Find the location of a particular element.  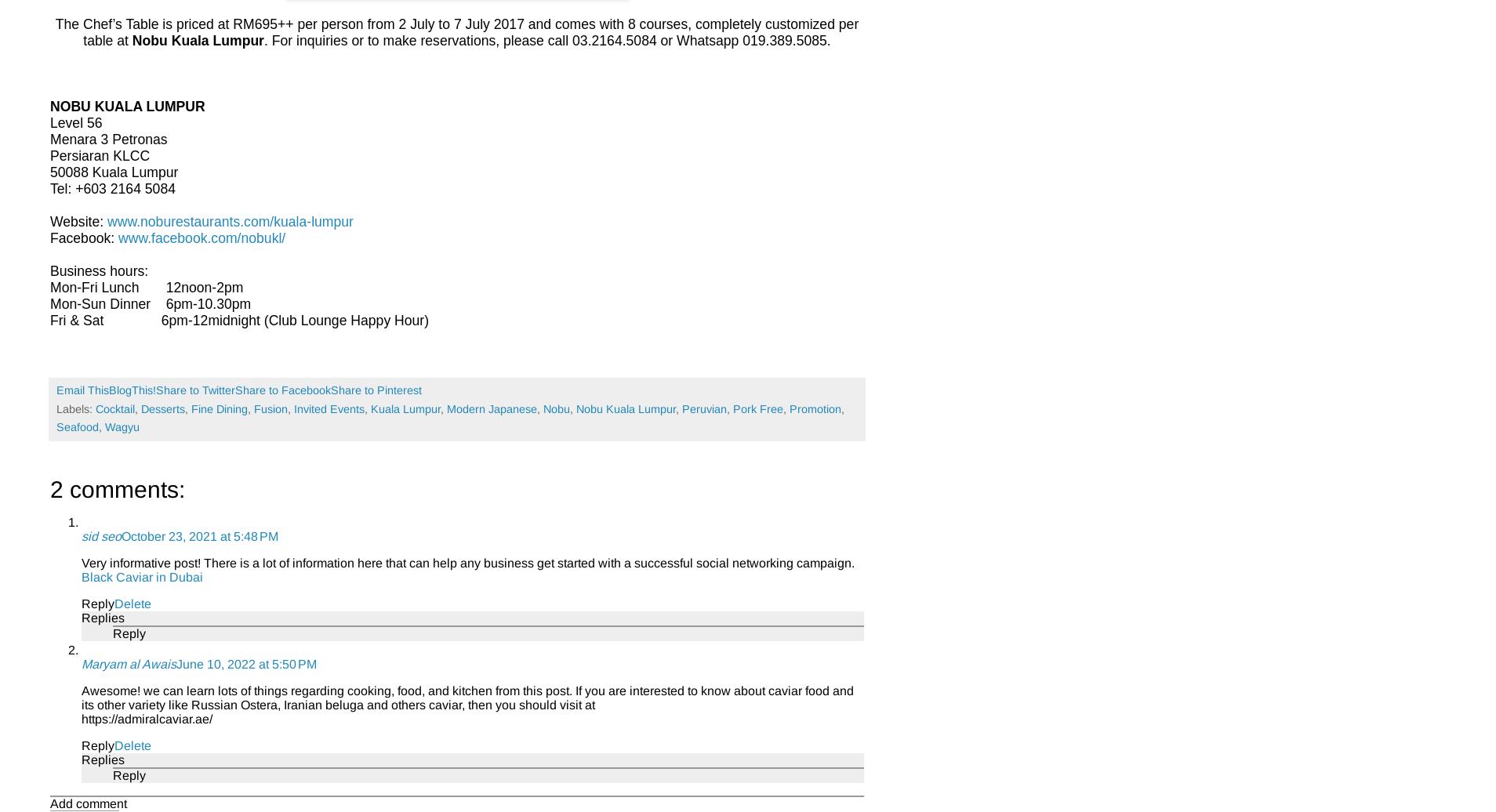

'Very informative post! There is a lot of information here that can help any business get started with a successful social networking campaign.' is located at coordinates (467, 562).